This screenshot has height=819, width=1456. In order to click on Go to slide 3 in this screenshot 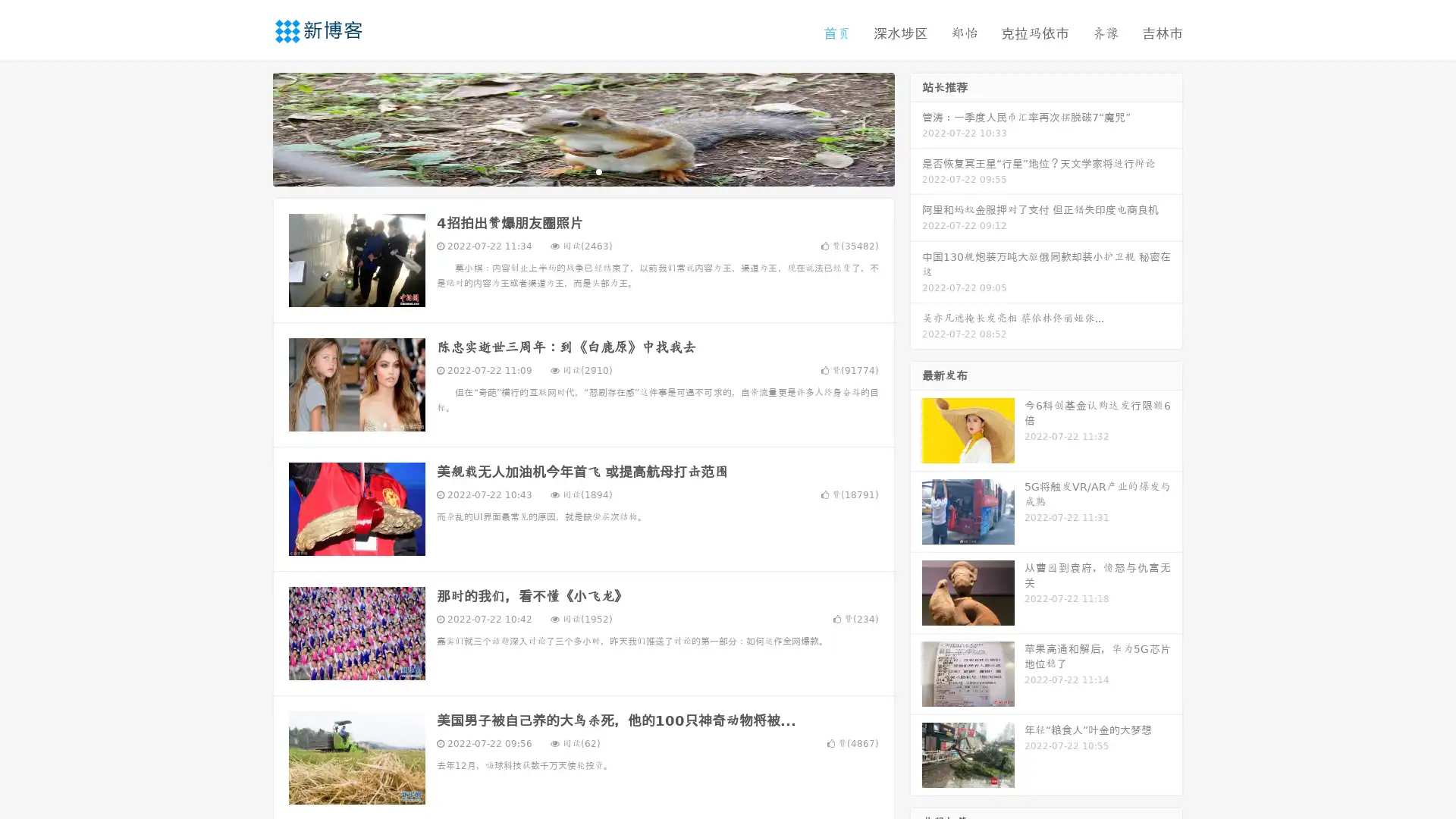, I will do `click(598, 171)`.